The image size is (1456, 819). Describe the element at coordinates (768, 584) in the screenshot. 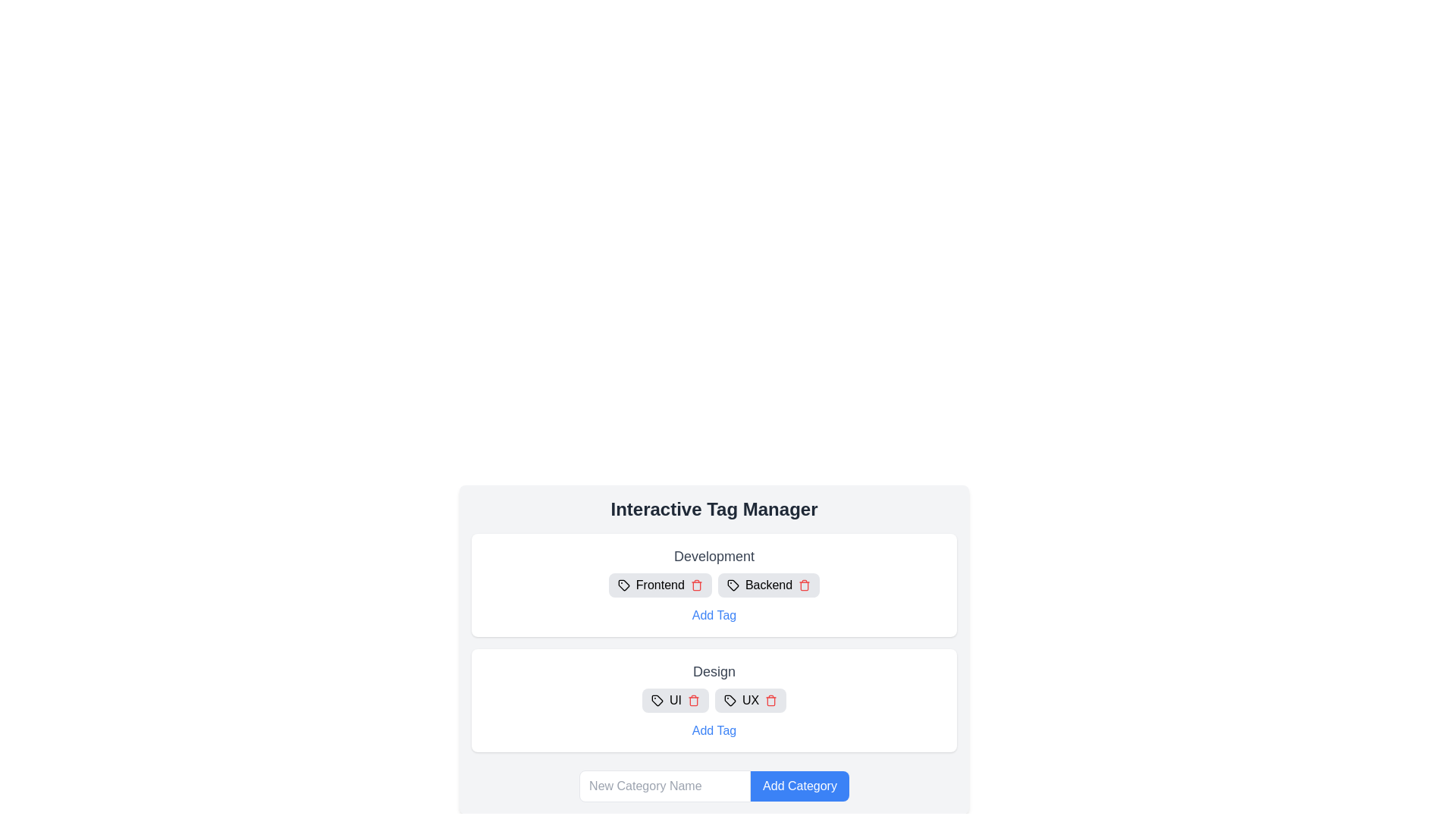

I see `the 'Backend' tag element located in the 'Development' section of the 'Interactive Tag Manager' interface` at that location.